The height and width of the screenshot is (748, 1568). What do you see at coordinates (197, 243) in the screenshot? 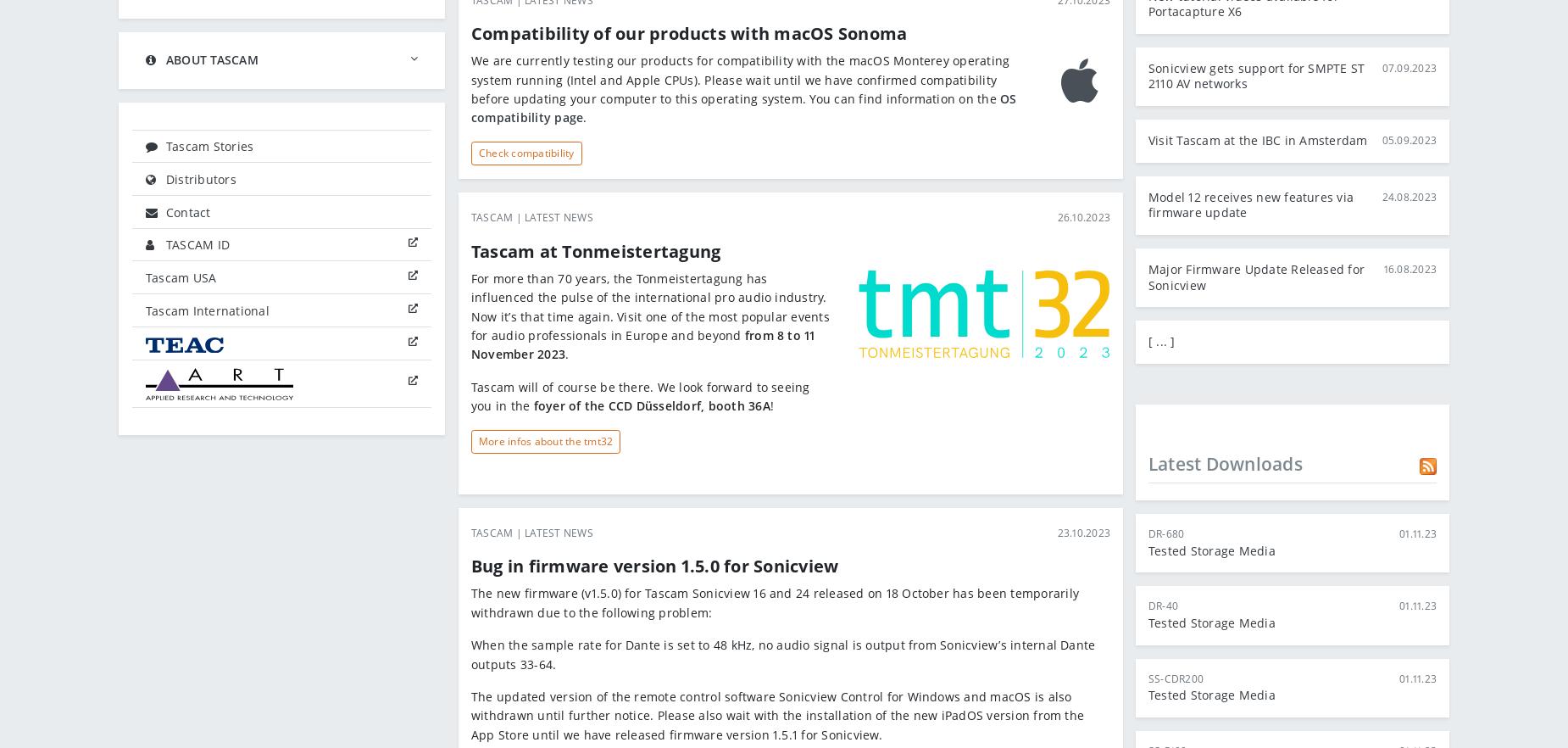
I see `'TASCAM ID'` at bounding box center [197, 243].